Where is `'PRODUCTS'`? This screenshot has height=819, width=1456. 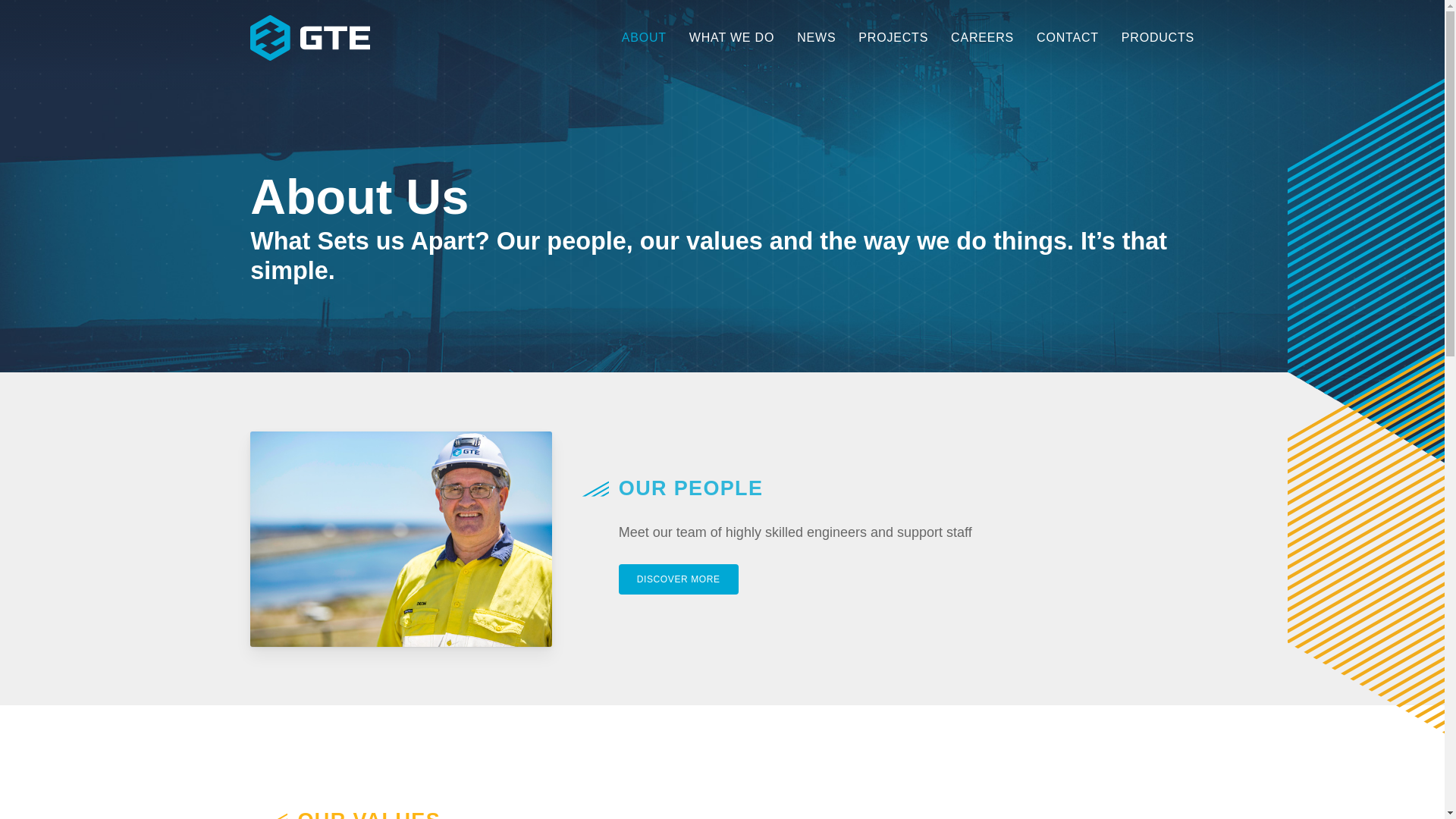 'PRODUCTS' is located at coordinates (1152, 37).